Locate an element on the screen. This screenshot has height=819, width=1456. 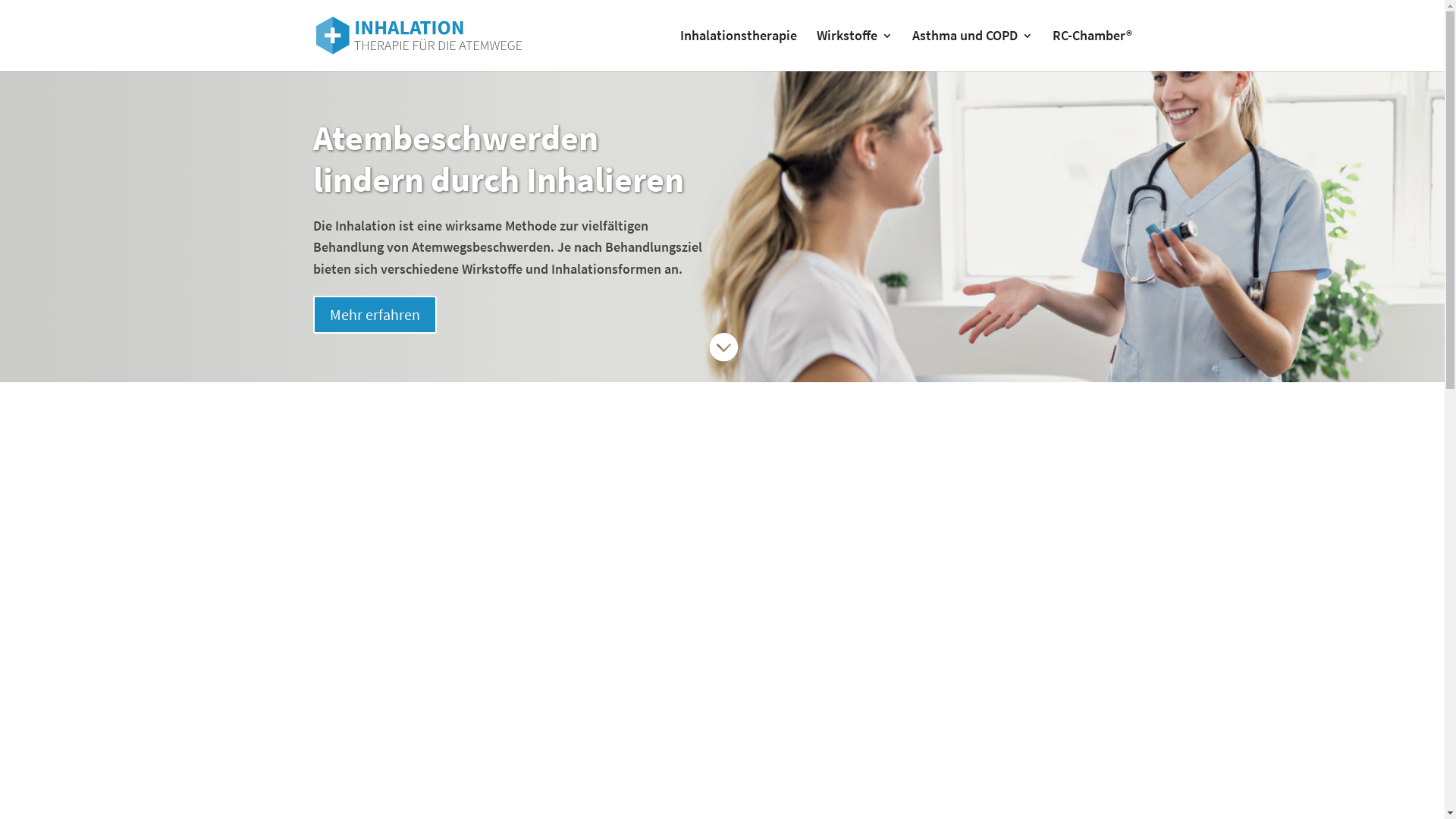
'Wirkstoffe' is located at coordinates (854, 49).